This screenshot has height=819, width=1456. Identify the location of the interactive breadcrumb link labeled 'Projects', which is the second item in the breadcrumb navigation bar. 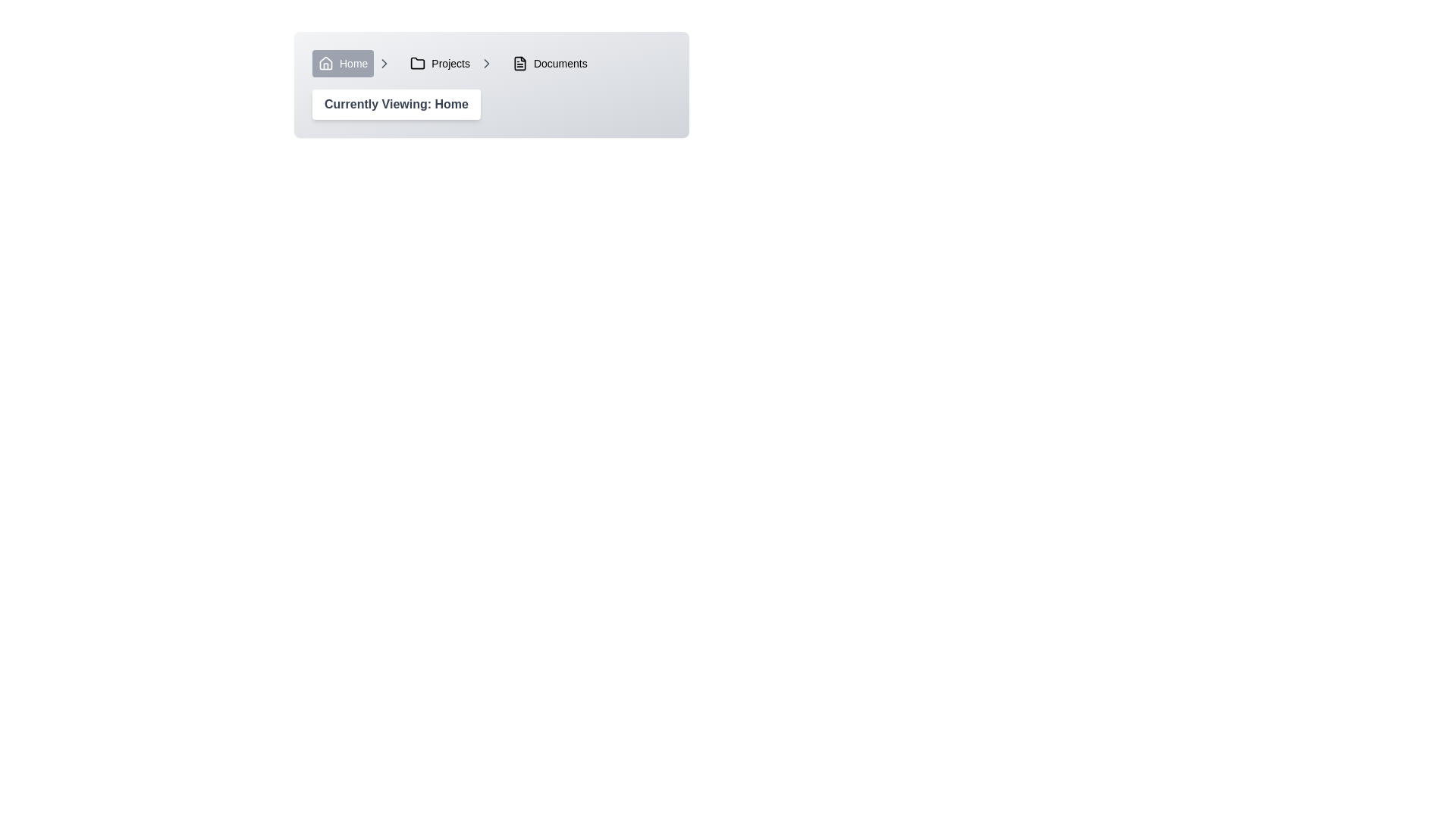
(439, 63).